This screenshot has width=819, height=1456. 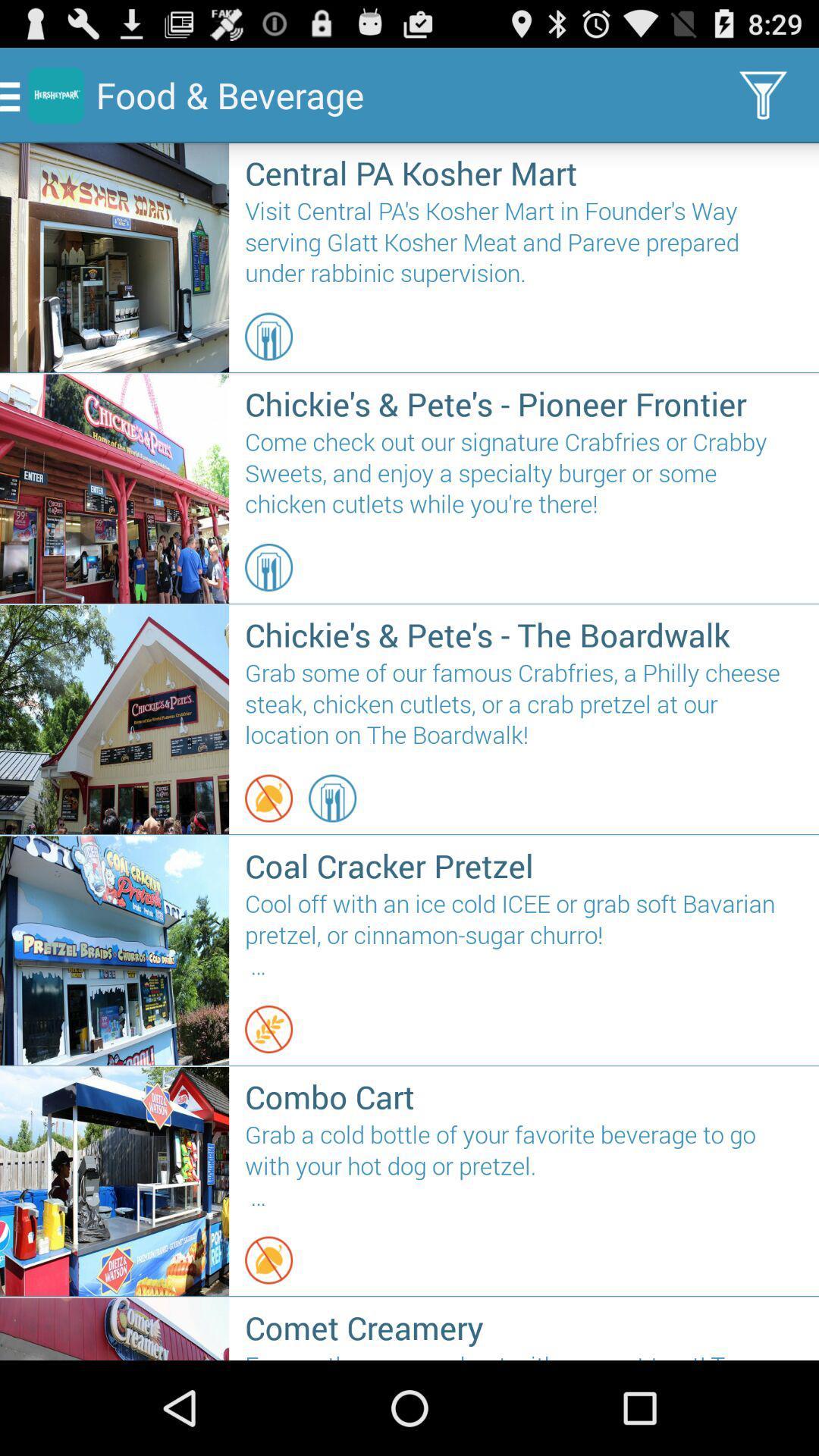 What do you see at coordinates (268, 1029) in the screenshot?
I see `the icon below the cool off with` at bounding box center [268, 1029].